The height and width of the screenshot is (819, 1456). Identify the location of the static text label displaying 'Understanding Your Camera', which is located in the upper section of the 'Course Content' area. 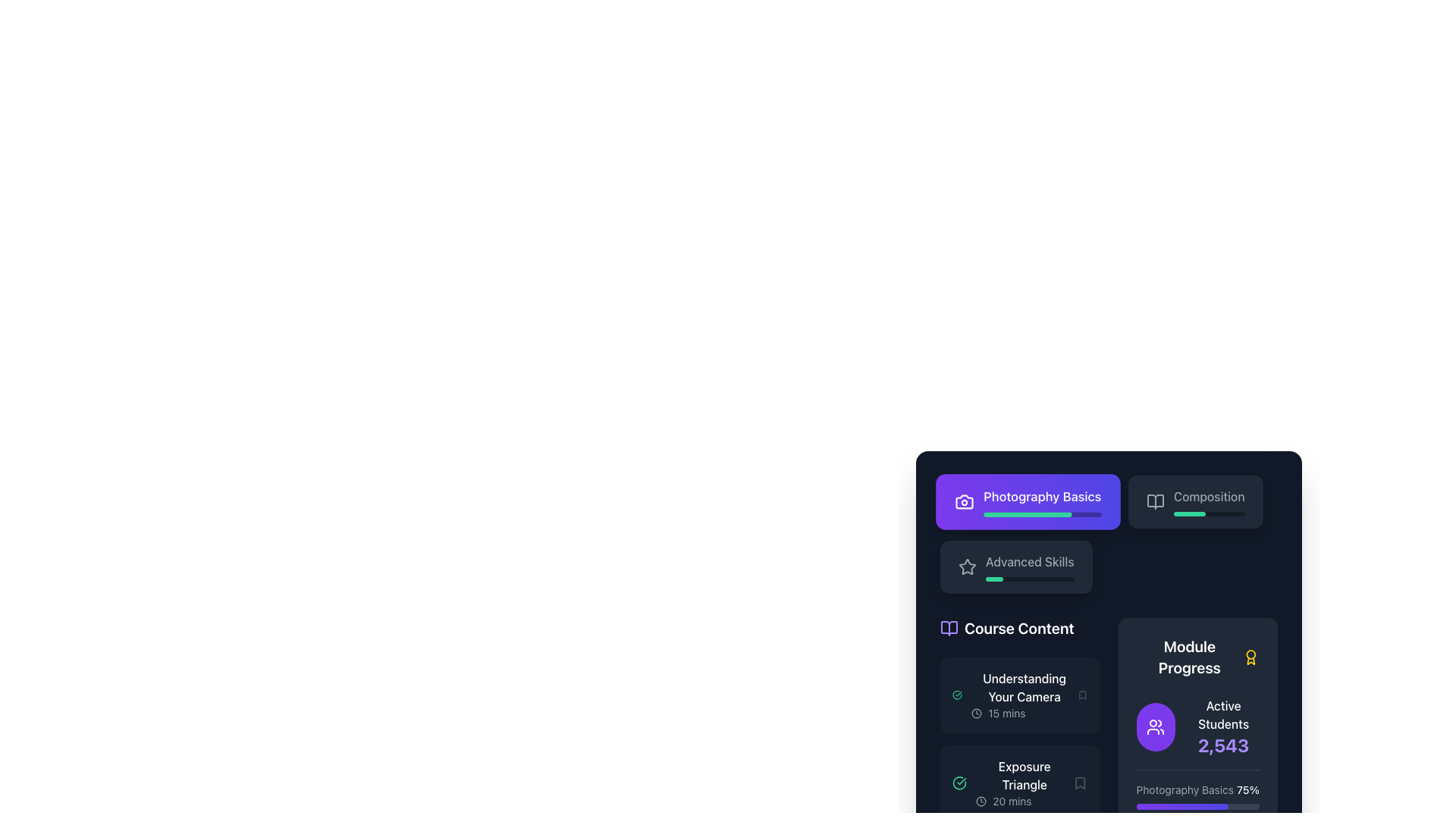
(1025, 687).